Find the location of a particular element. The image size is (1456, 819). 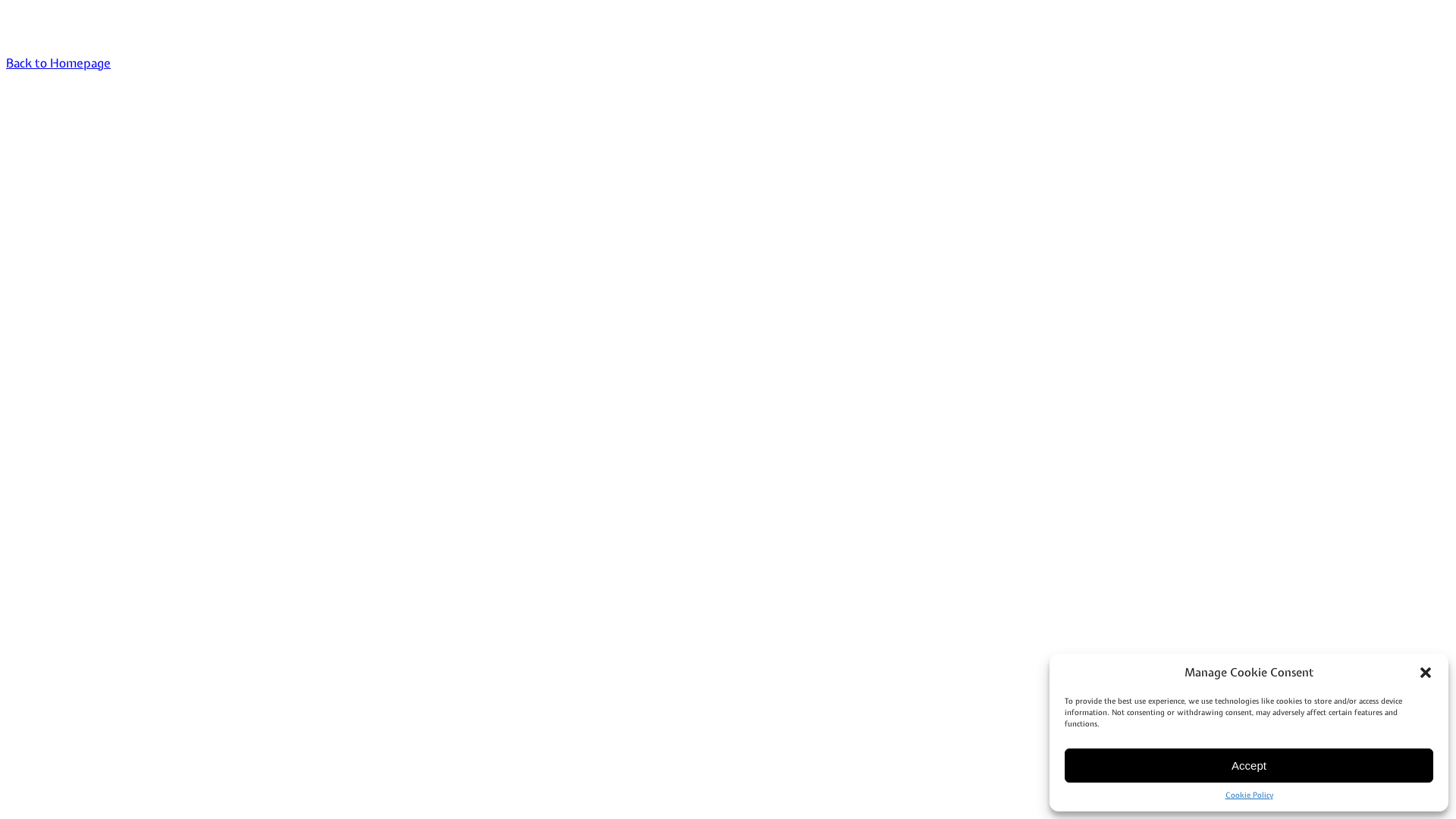

'Accept' is located at coordinates (1248, 765).